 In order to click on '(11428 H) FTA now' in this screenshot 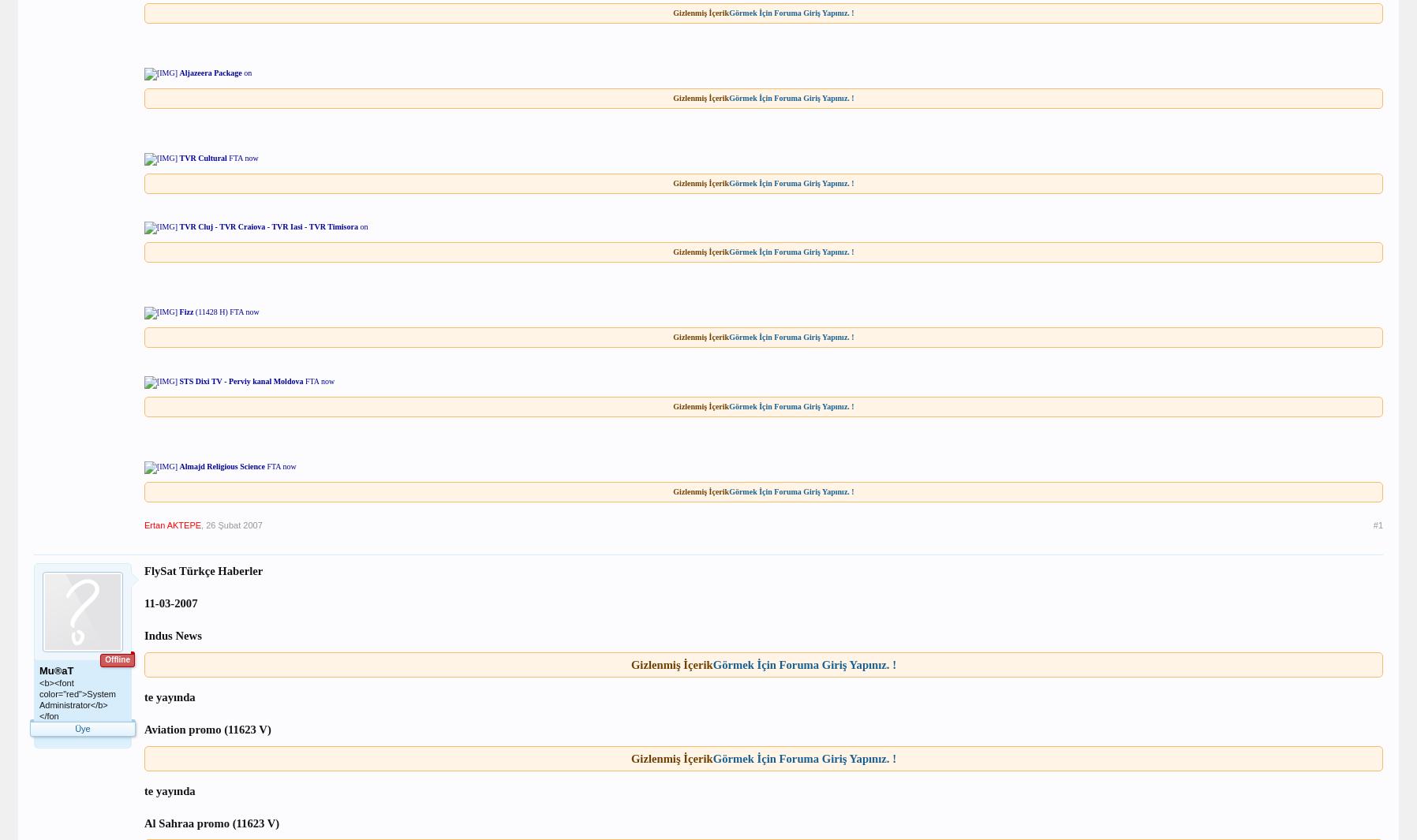, I will do `click(226, 311)`.